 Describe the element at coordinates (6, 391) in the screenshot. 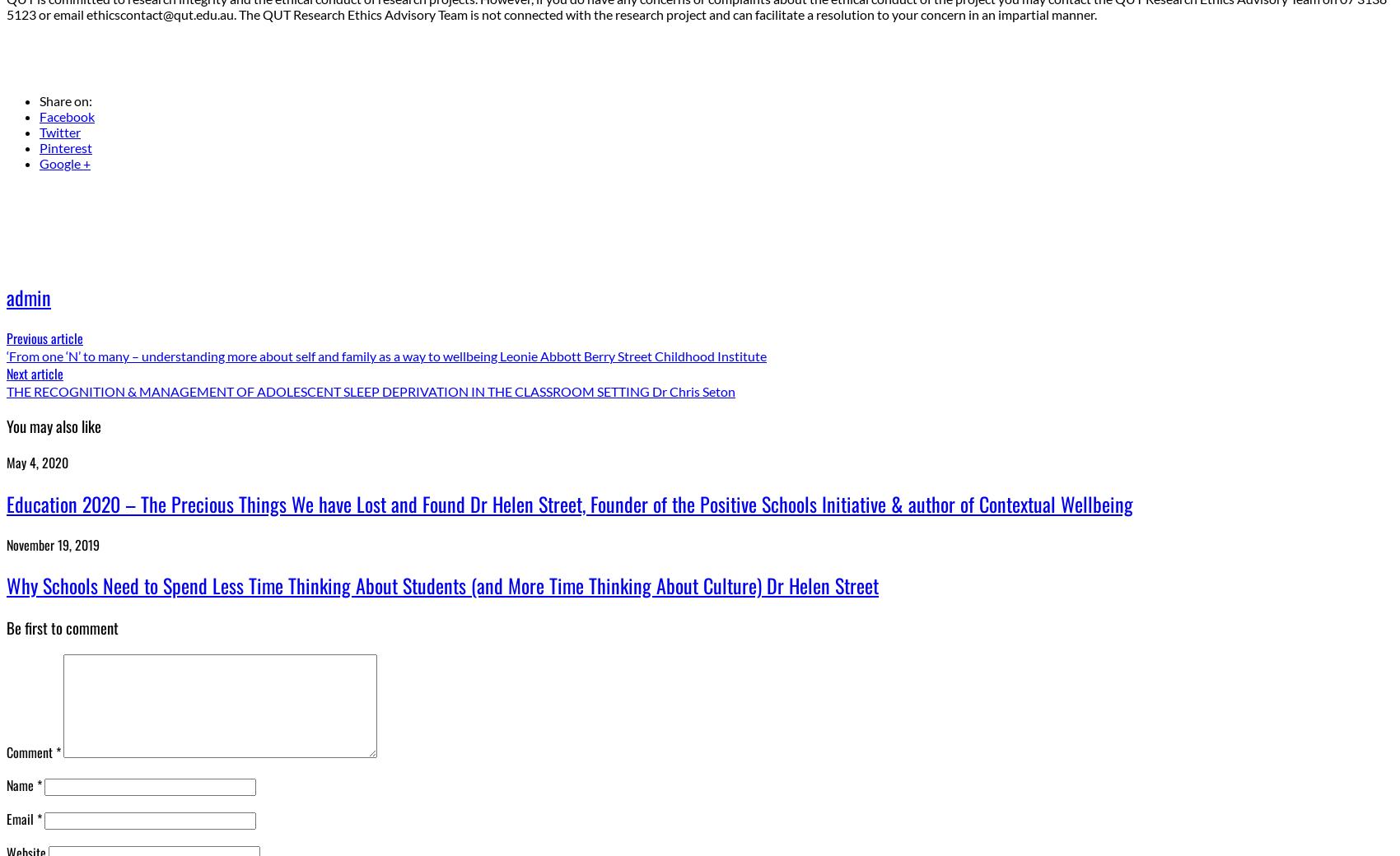

I see `'THE RECOGNITION & MANAGEMENT OF ADOLESCENT SLEEP DEPRIVATION IN THE CLASSROOM SETTING Dr Chris Seton'` at that location.